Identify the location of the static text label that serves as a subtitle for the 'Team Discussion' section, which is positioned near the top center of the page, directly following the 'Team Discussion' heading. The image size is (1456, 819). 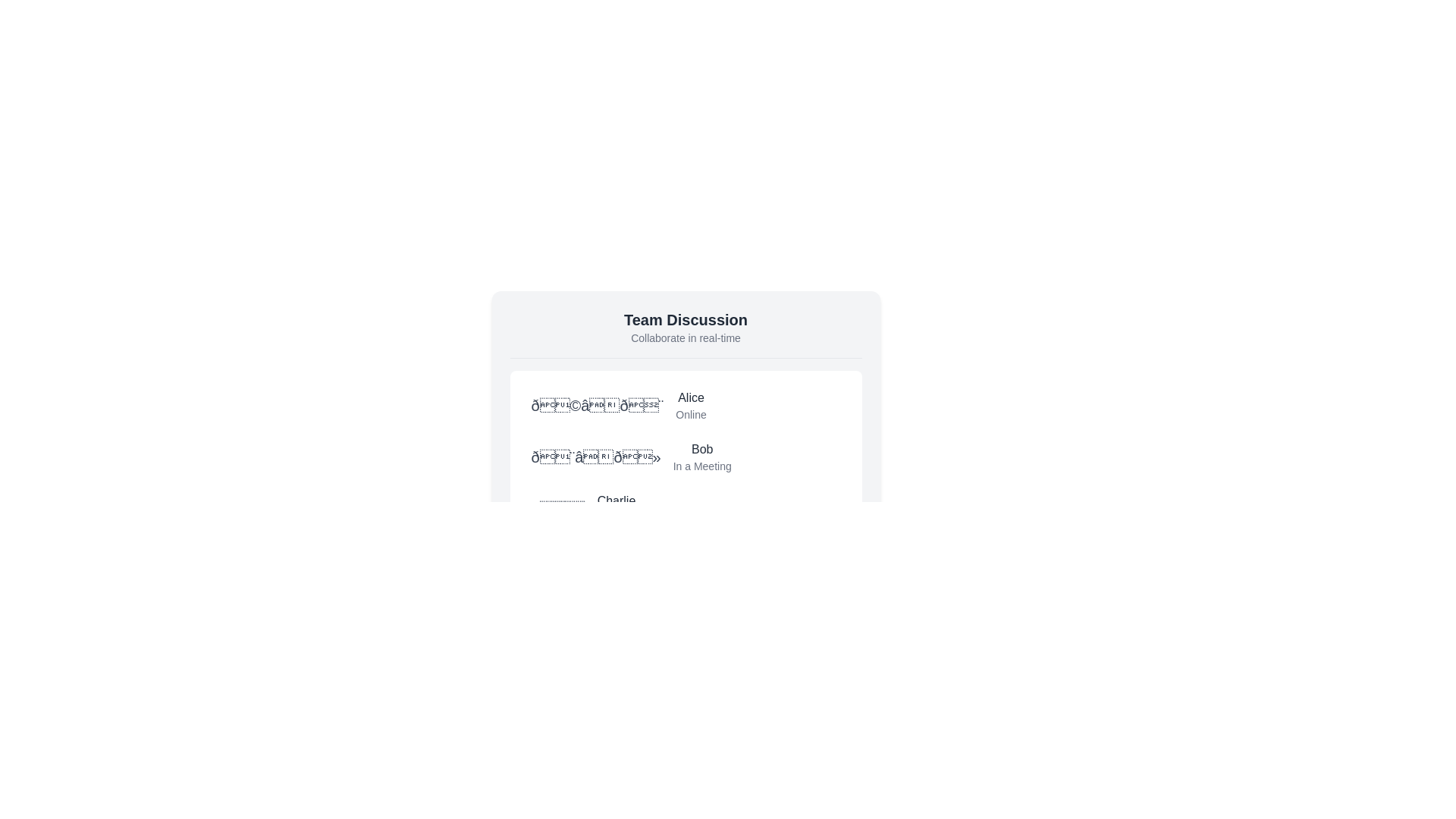
(685, 337).